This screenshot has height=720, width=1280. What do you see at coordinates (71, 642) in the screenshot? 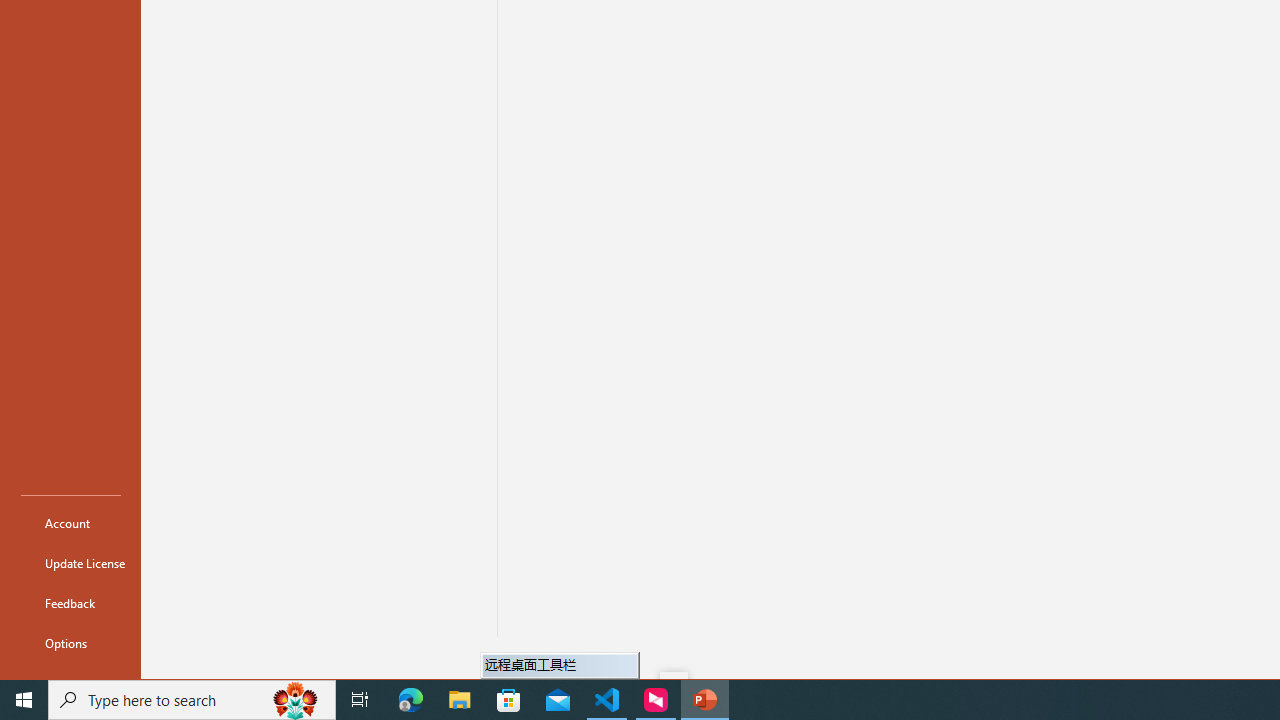
I see `'Options'` at bounding box center [71, 642].